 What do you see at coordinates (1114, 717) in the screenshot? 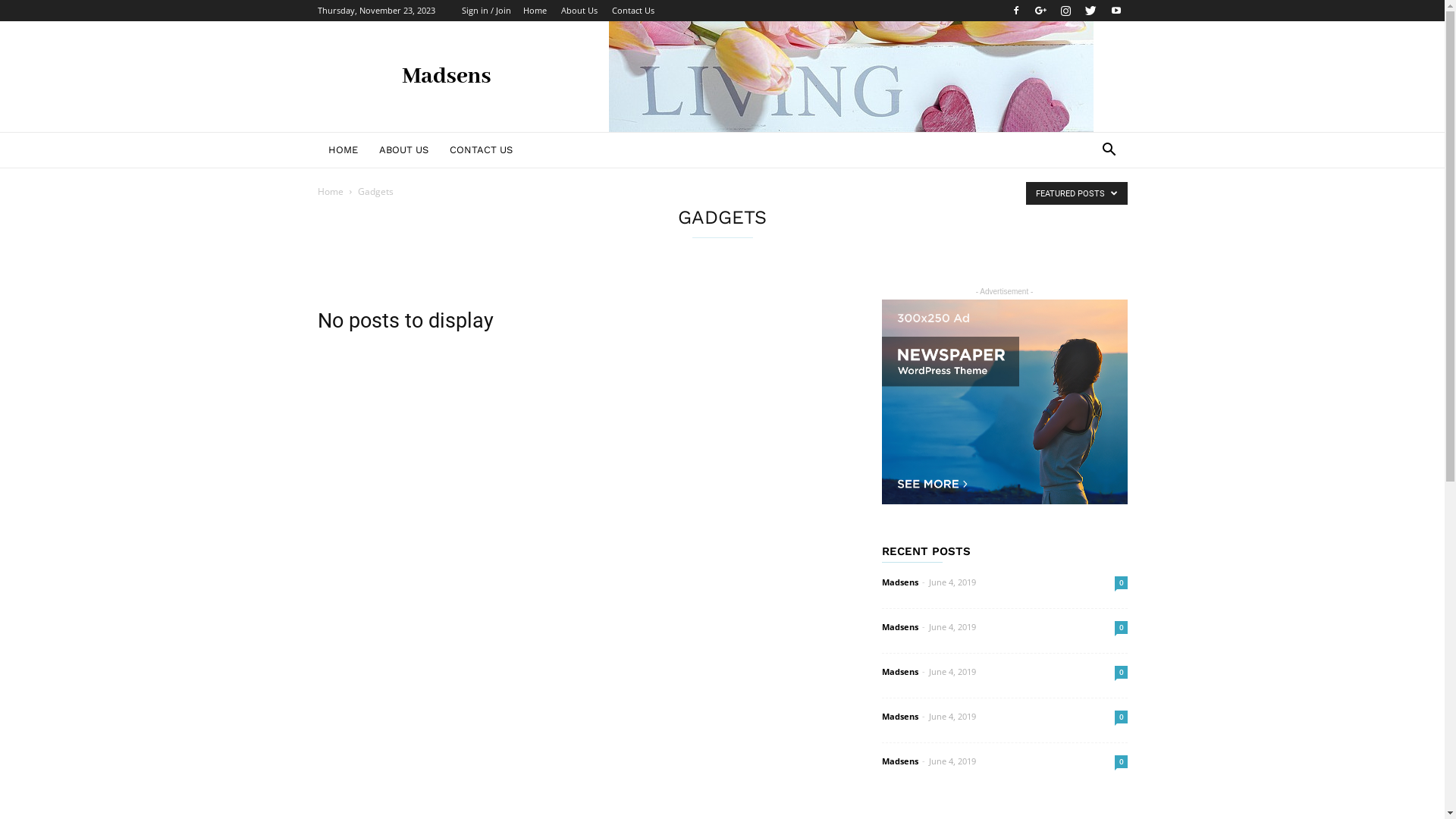
I see `'0'` at bounding box center [1114, 717].